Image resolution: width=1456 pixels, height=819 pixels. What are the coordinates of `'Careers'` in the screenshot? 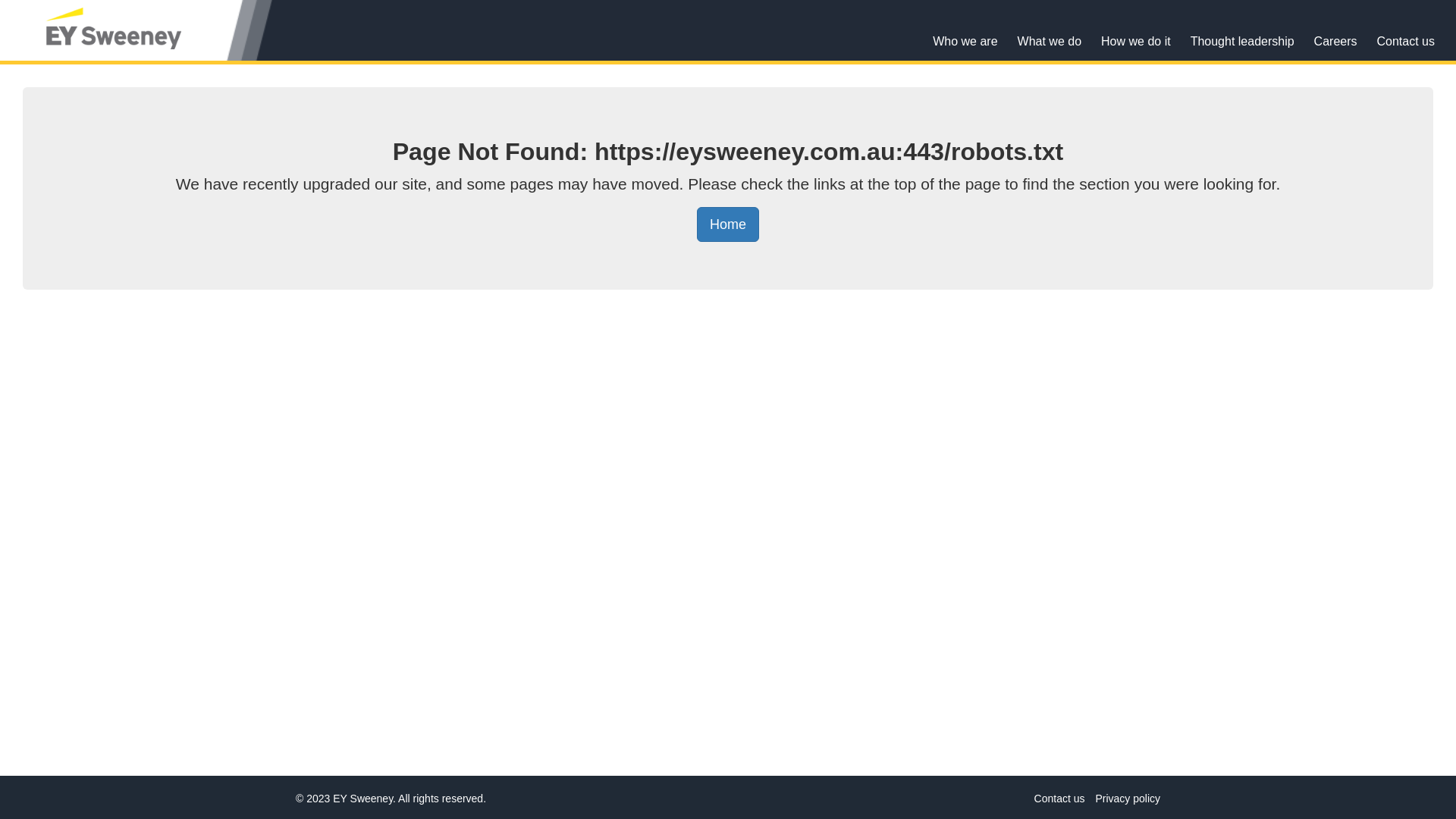 It's located at (1303, 40).